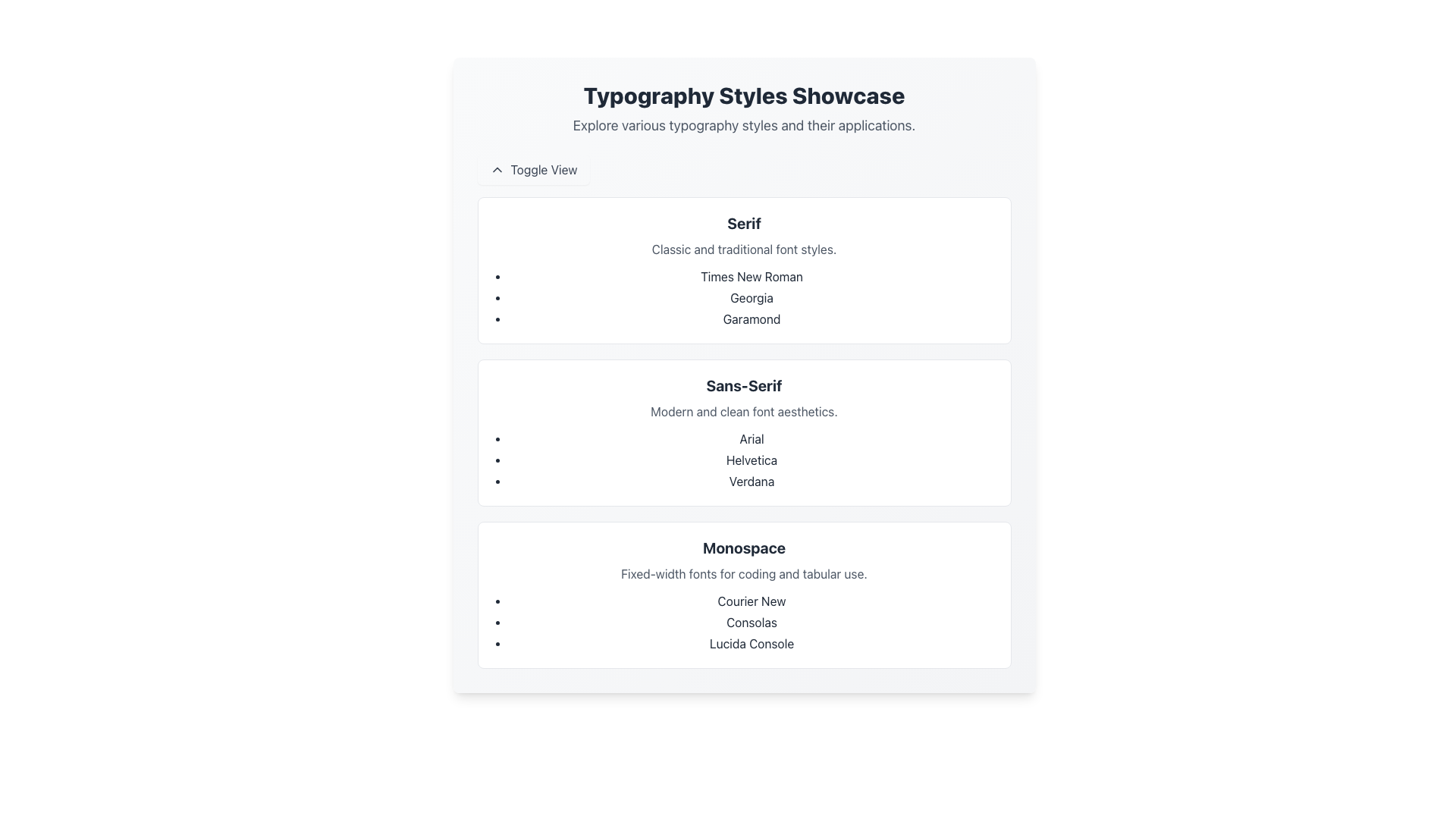 The image size is (1456, 819). What do you see at coordinates (752, 623) in the screenshot?
I see `the text label displaying 'Consolas', which is the second item in the vertical list of font names under the 'Monospace' section` at bounding box center [752, 623].